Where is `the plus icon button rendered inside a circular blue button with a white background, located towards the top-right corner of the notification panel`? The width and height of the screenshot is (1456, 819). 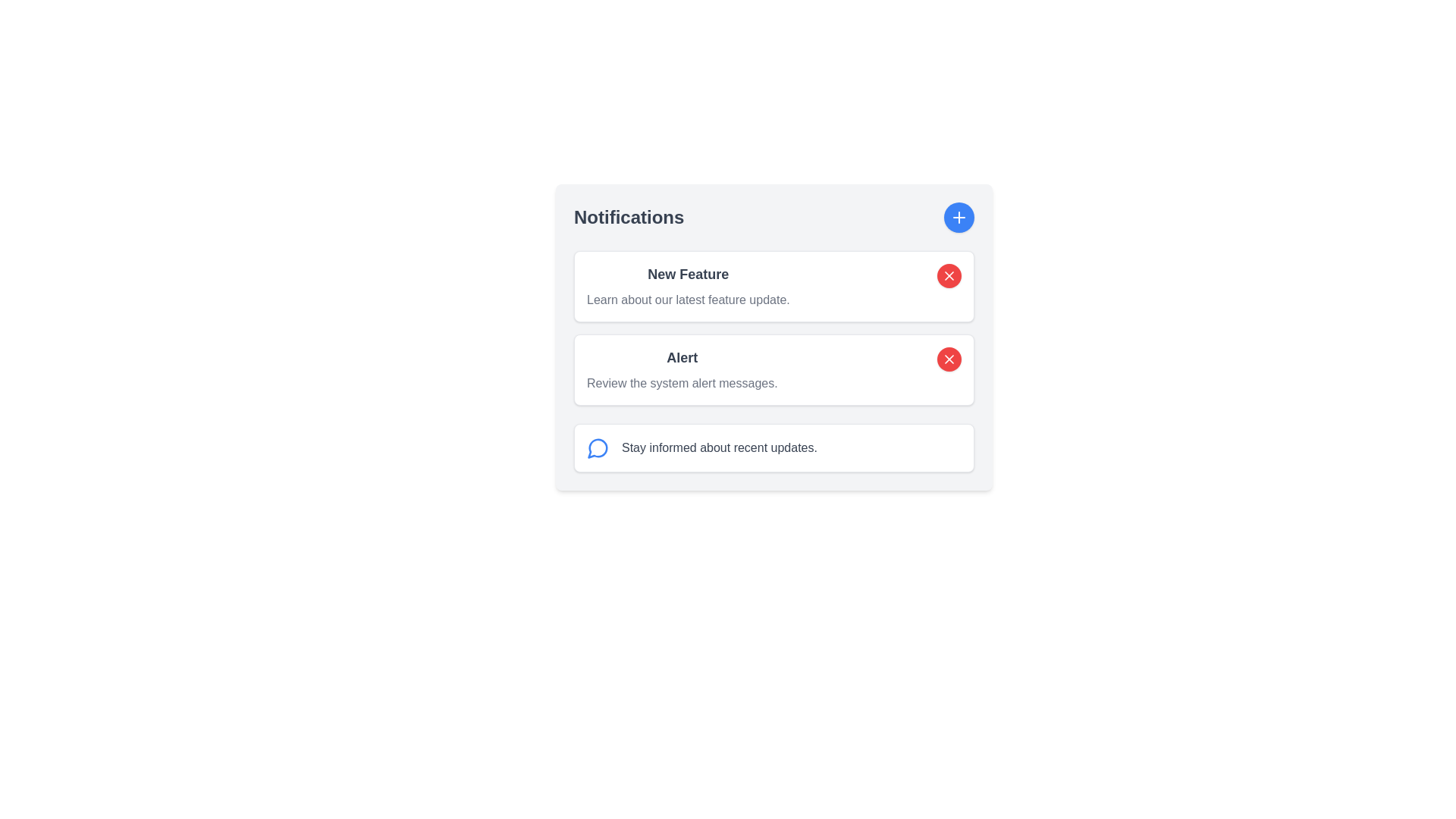
the plus icon button rendered inside a circular blue button with a white background, located towards the top-right corner of the notification panel is located at coordinates (959, 217).